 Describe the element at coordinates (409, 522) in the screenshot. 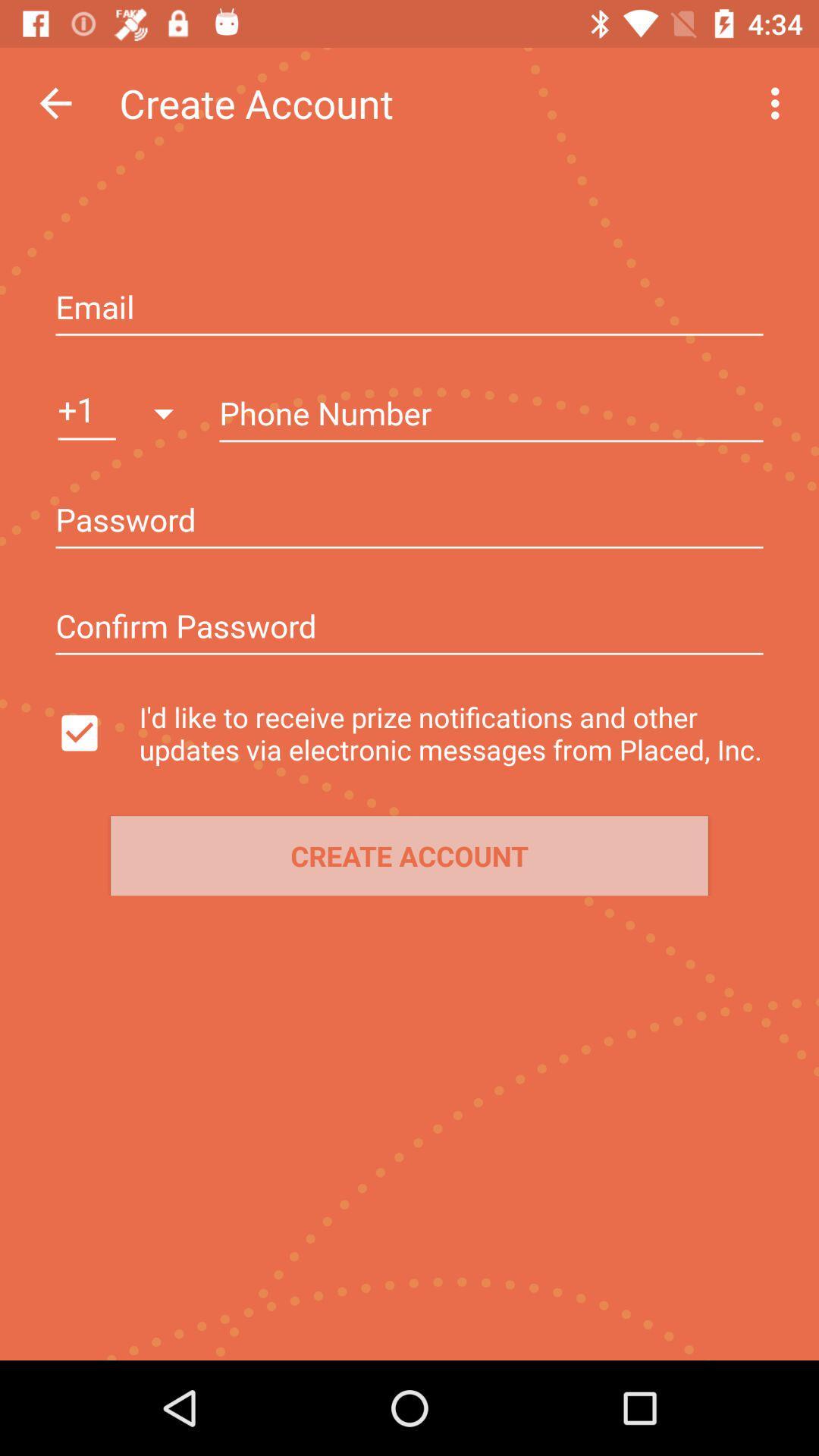

I see `insert the password` at that location.